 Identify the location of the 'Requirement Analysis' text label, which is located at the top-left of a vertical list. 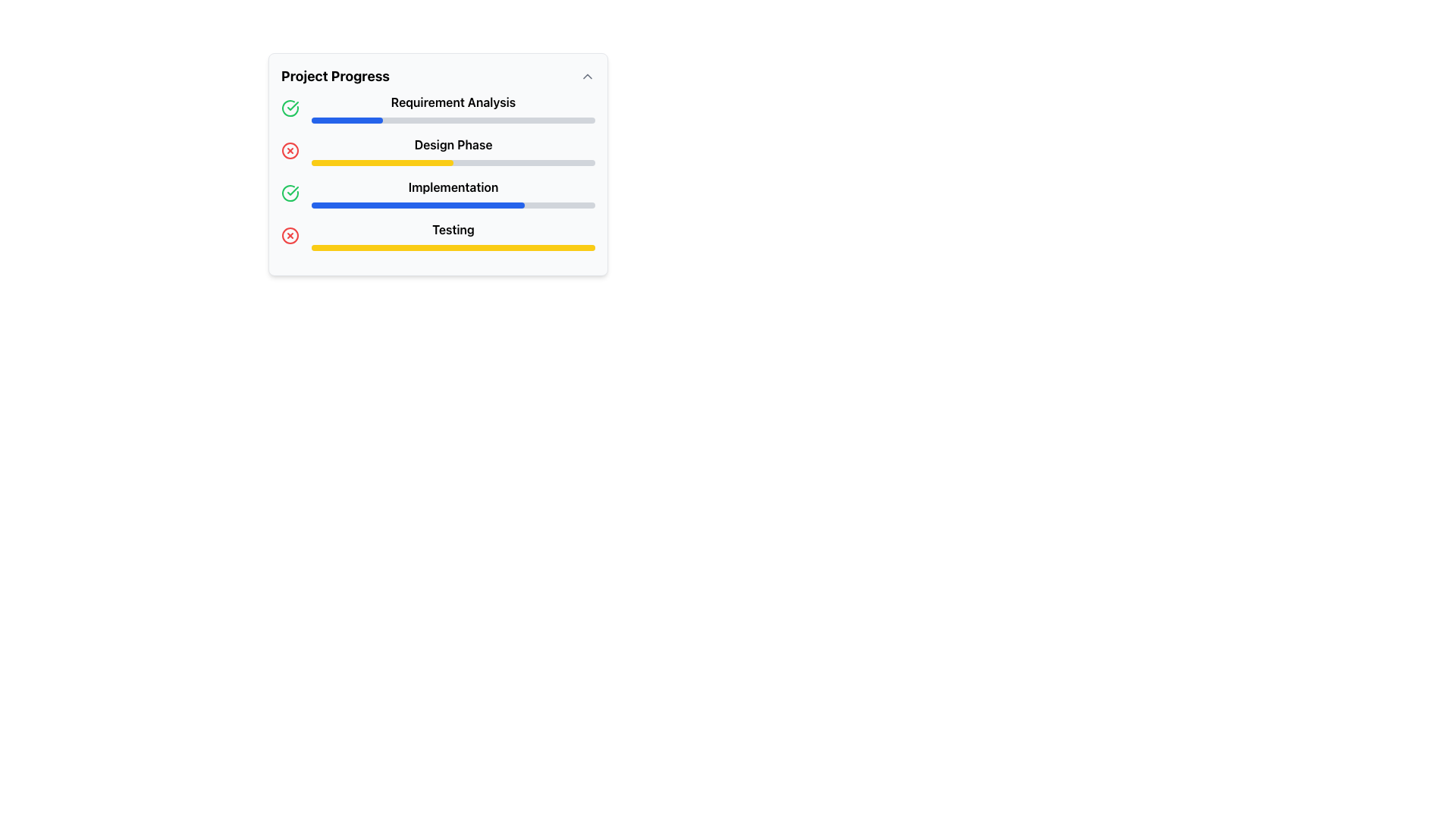
(437, 107).